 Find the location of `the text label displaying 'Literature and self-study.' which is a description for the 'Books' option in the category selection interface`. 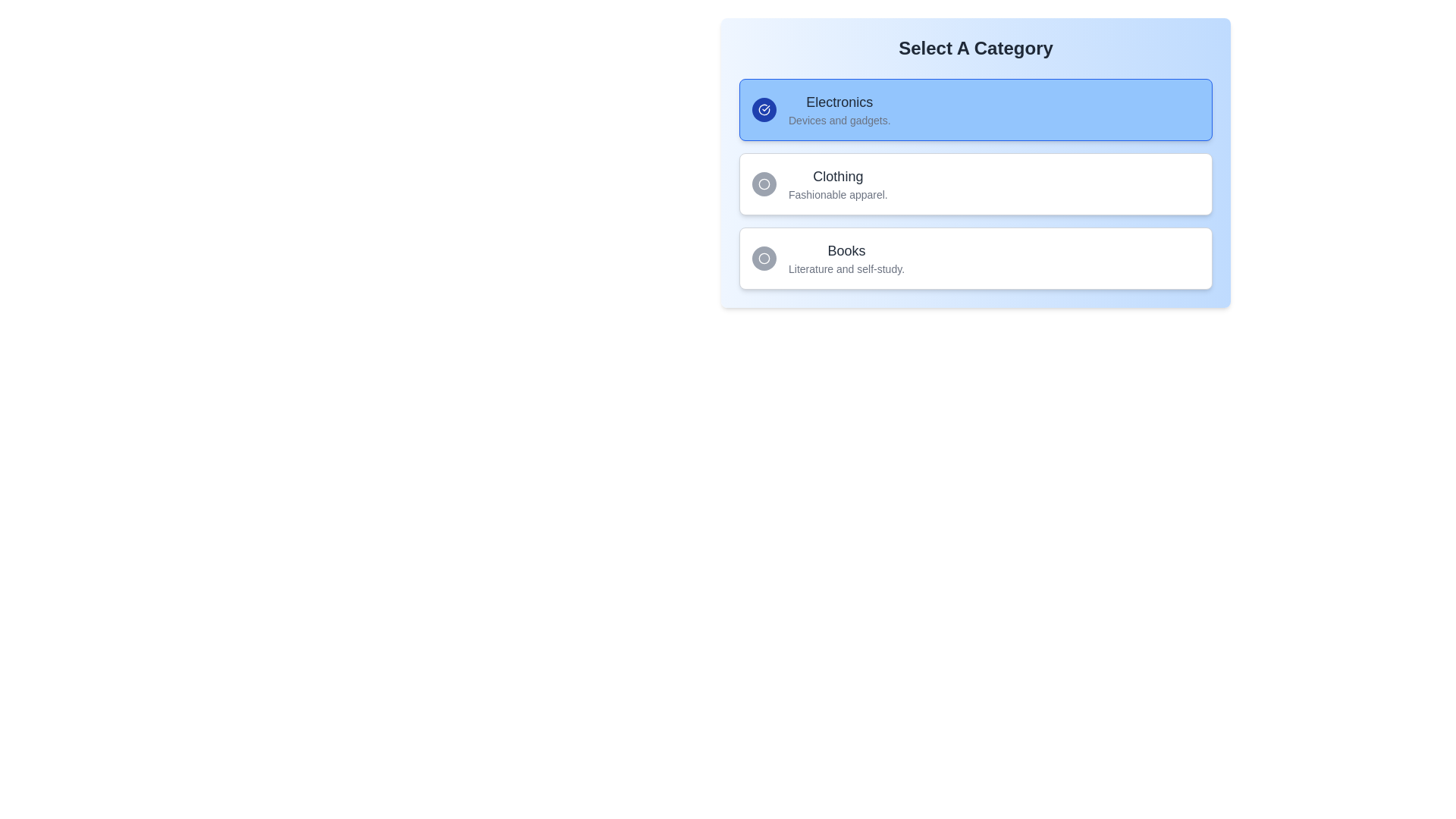

the text label displaying 'Literature and self-study.' which is a description for the 'Books' option in the category selection interface is located at coordinates (846, 268).